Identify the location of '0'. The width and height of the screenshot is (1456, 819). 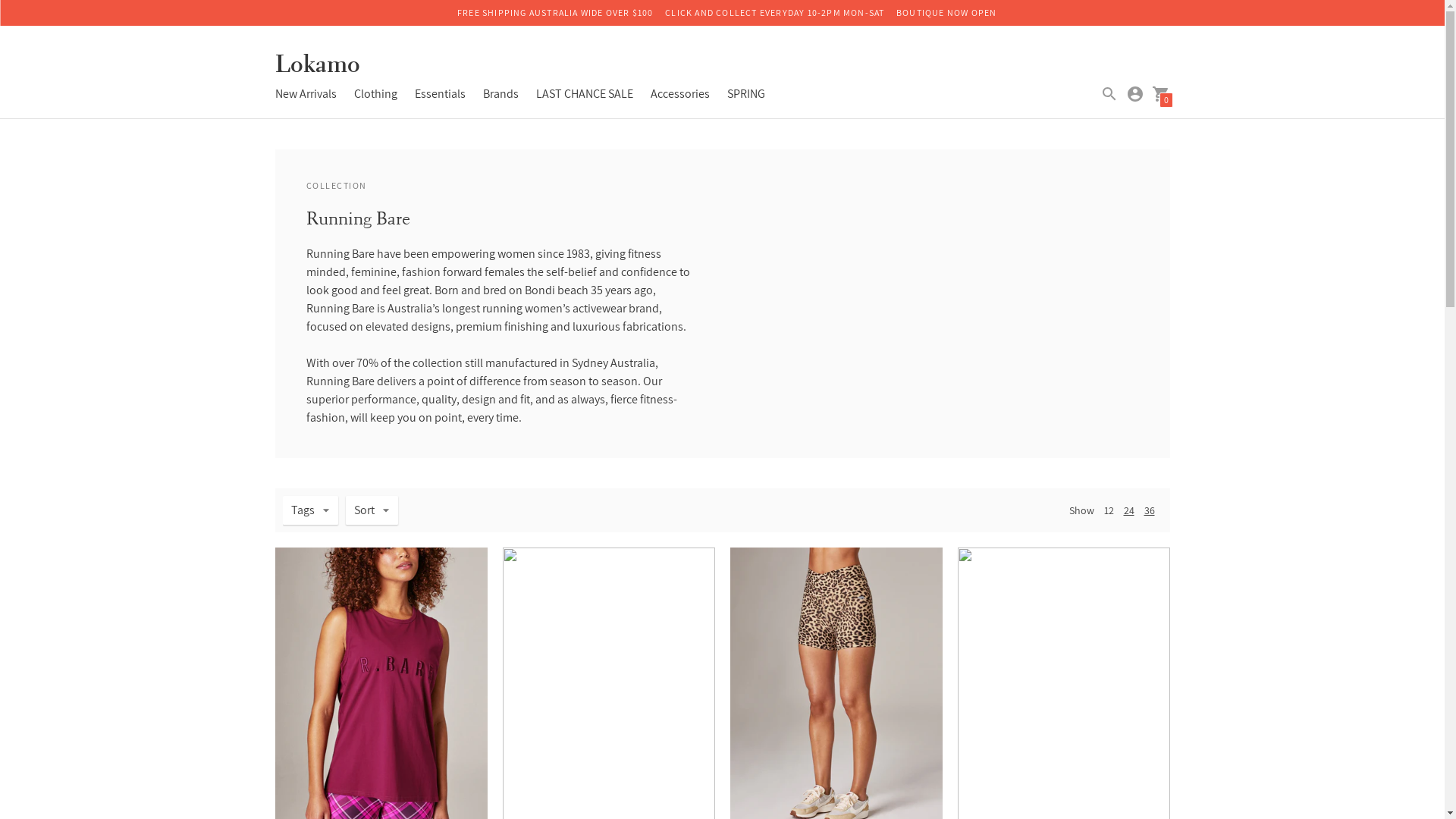
(1159, 93).